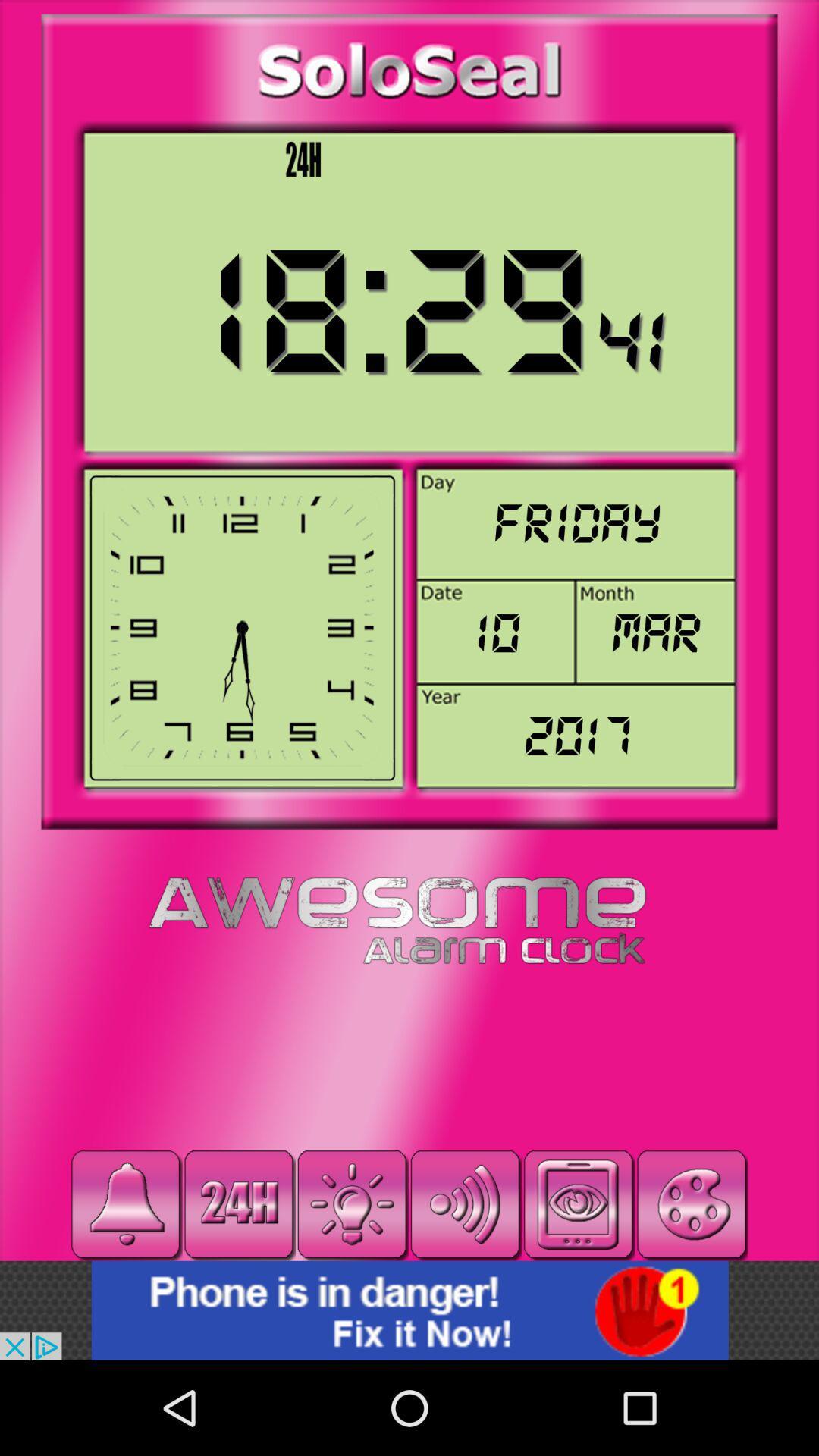 Image resolution: width=819 pixels, height=1456 pixels. What do you see at coordinates (579, 1203) in the screenshot?
I see `keep screen awake` at bounding box center [579, 1203].